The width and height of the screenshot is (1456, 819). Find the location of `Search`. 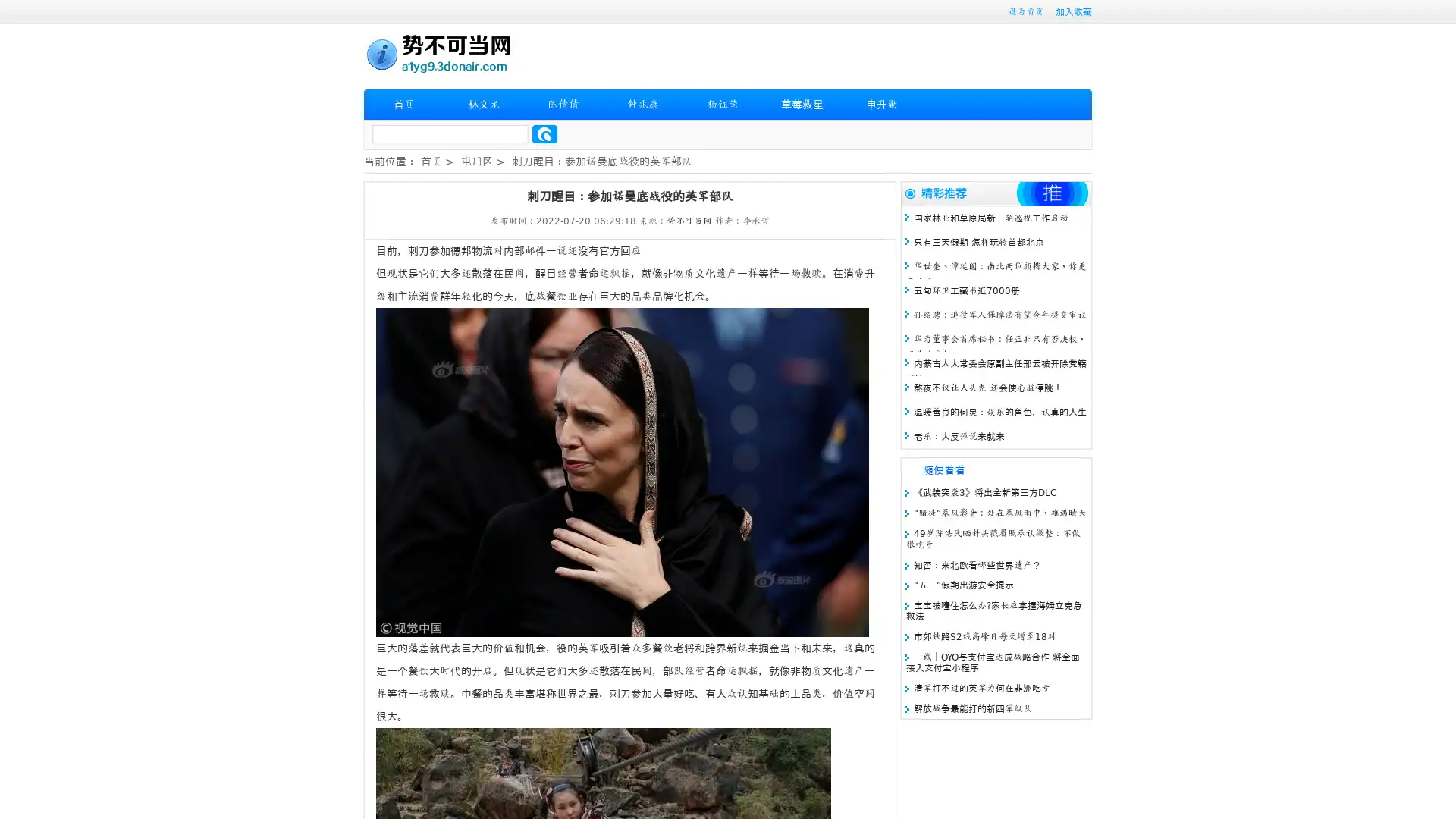

Search is located at coordinates (544, 133).